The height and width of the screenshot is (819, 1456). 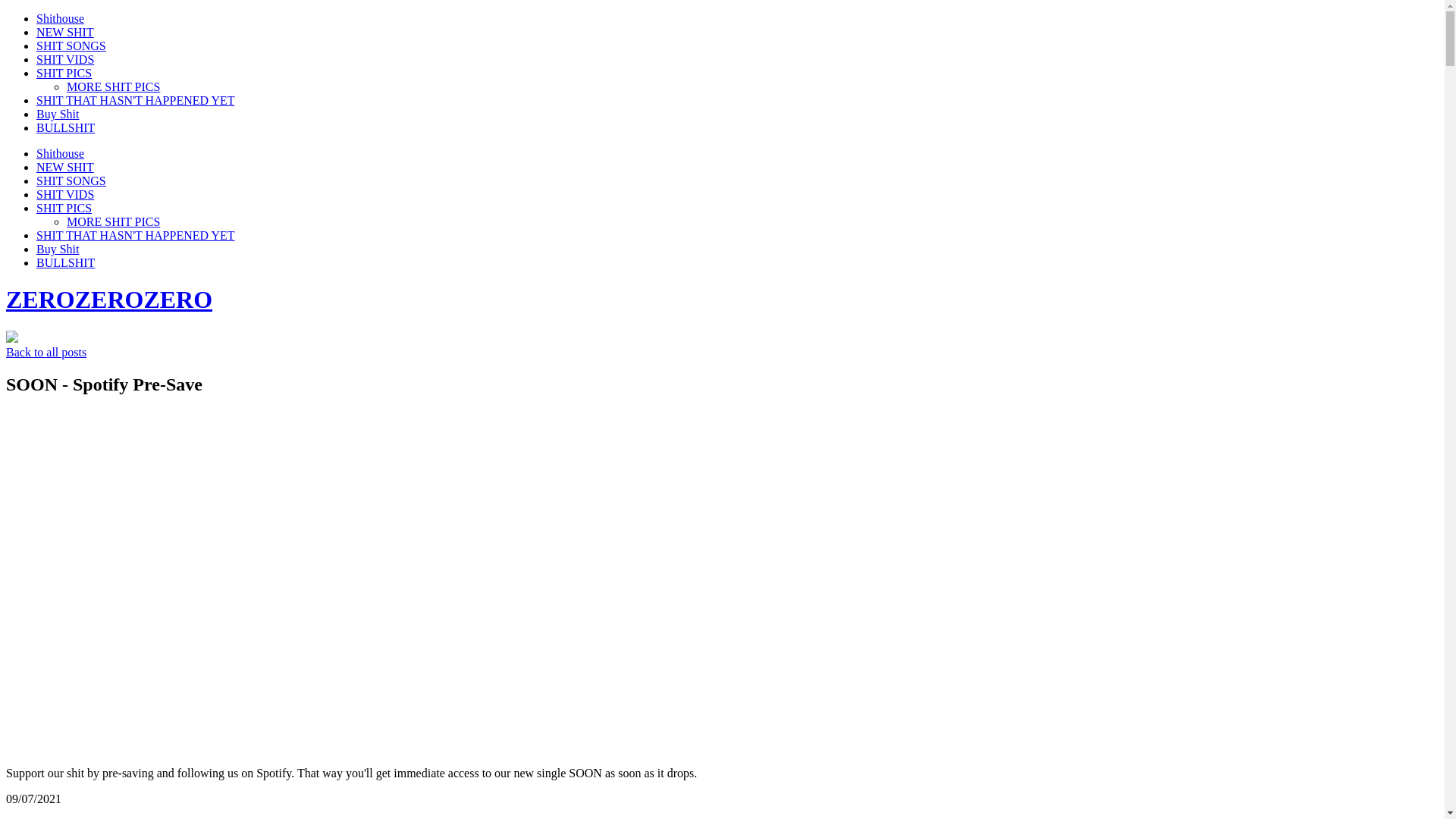 I want to click on 'Buy Shit', so click(x=36, y=113).